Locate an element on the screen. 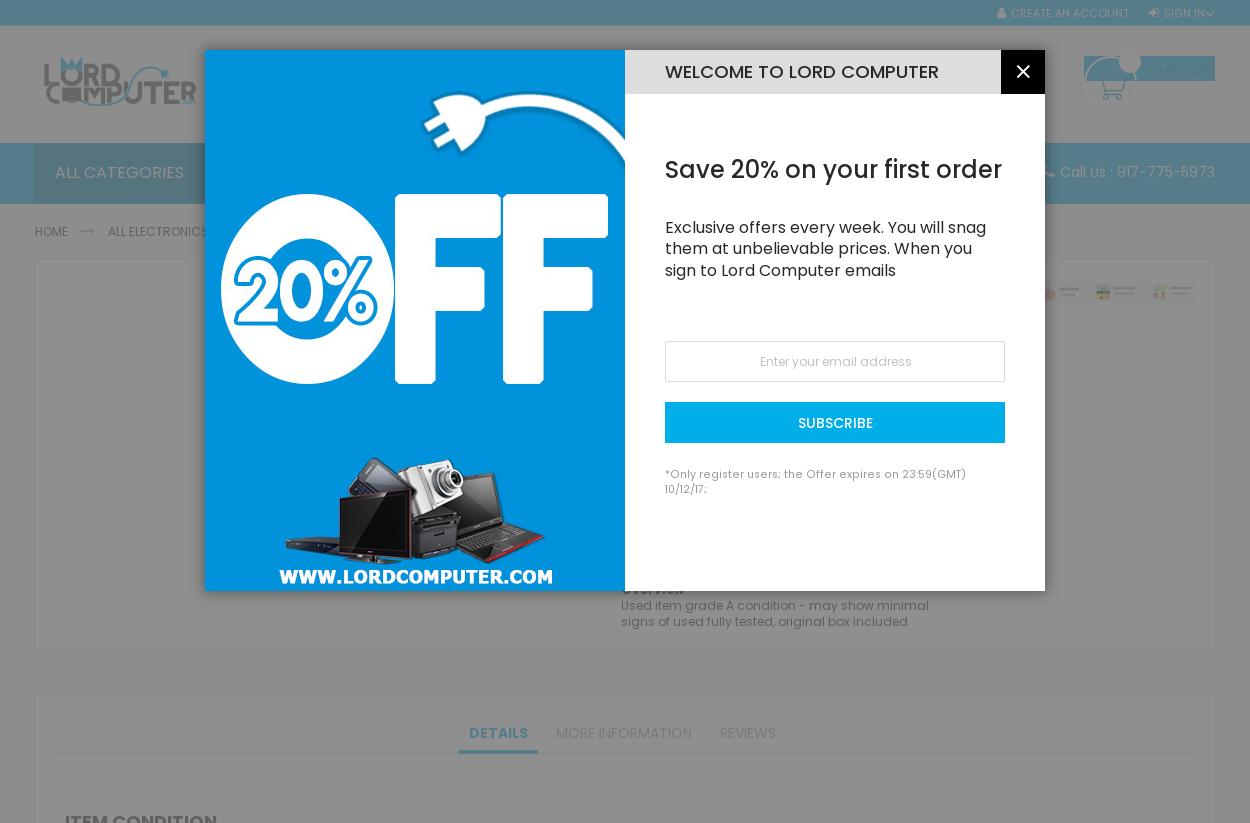 The width and height of the screenshot is (1250, 823). 'Toys & Video Games' is located at coordinates (412, 685).